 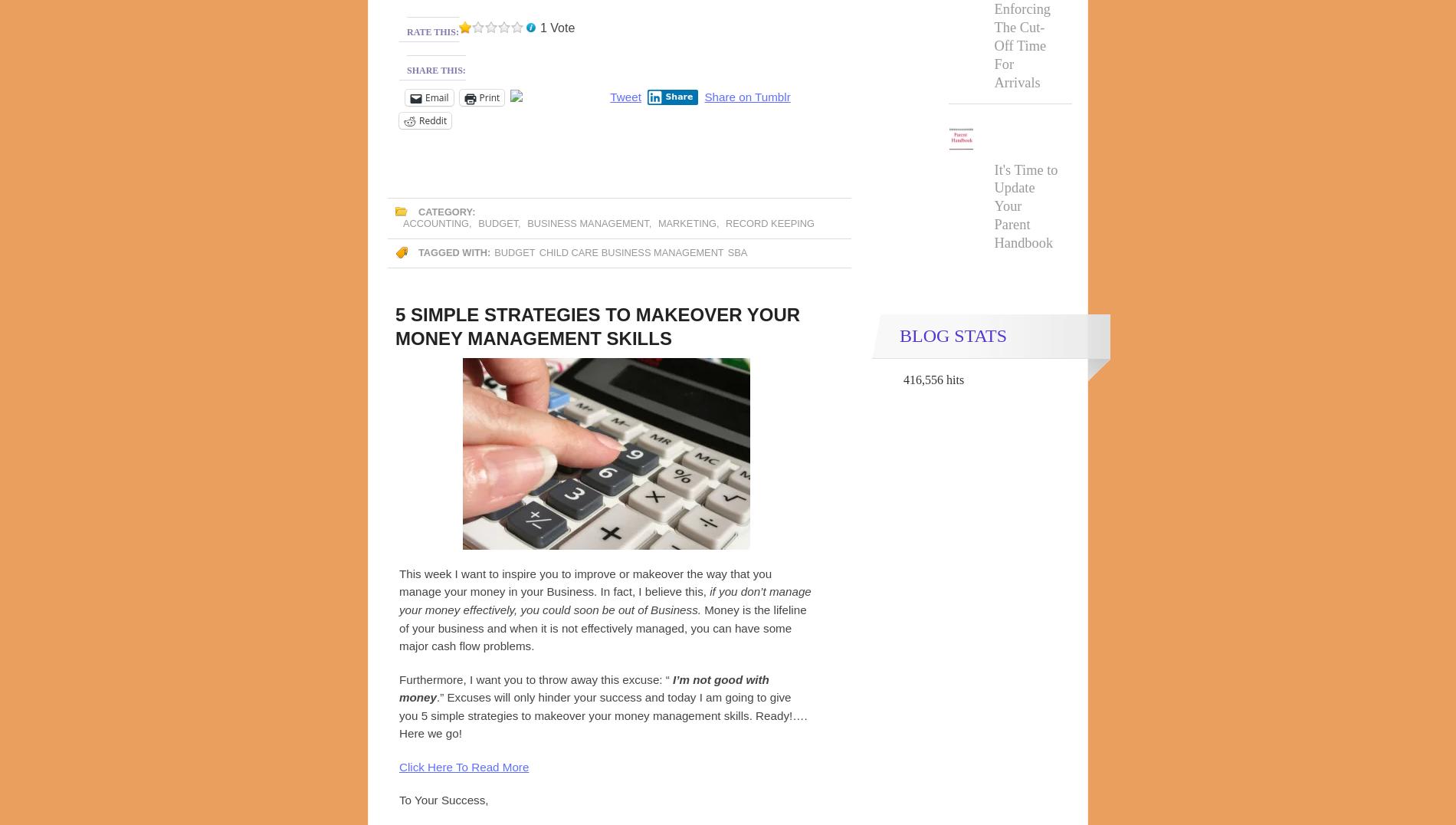 What do you see at coordinates (497, 222) in the screenshot?
I see `'Budget'` at bounding box center [497, 222].